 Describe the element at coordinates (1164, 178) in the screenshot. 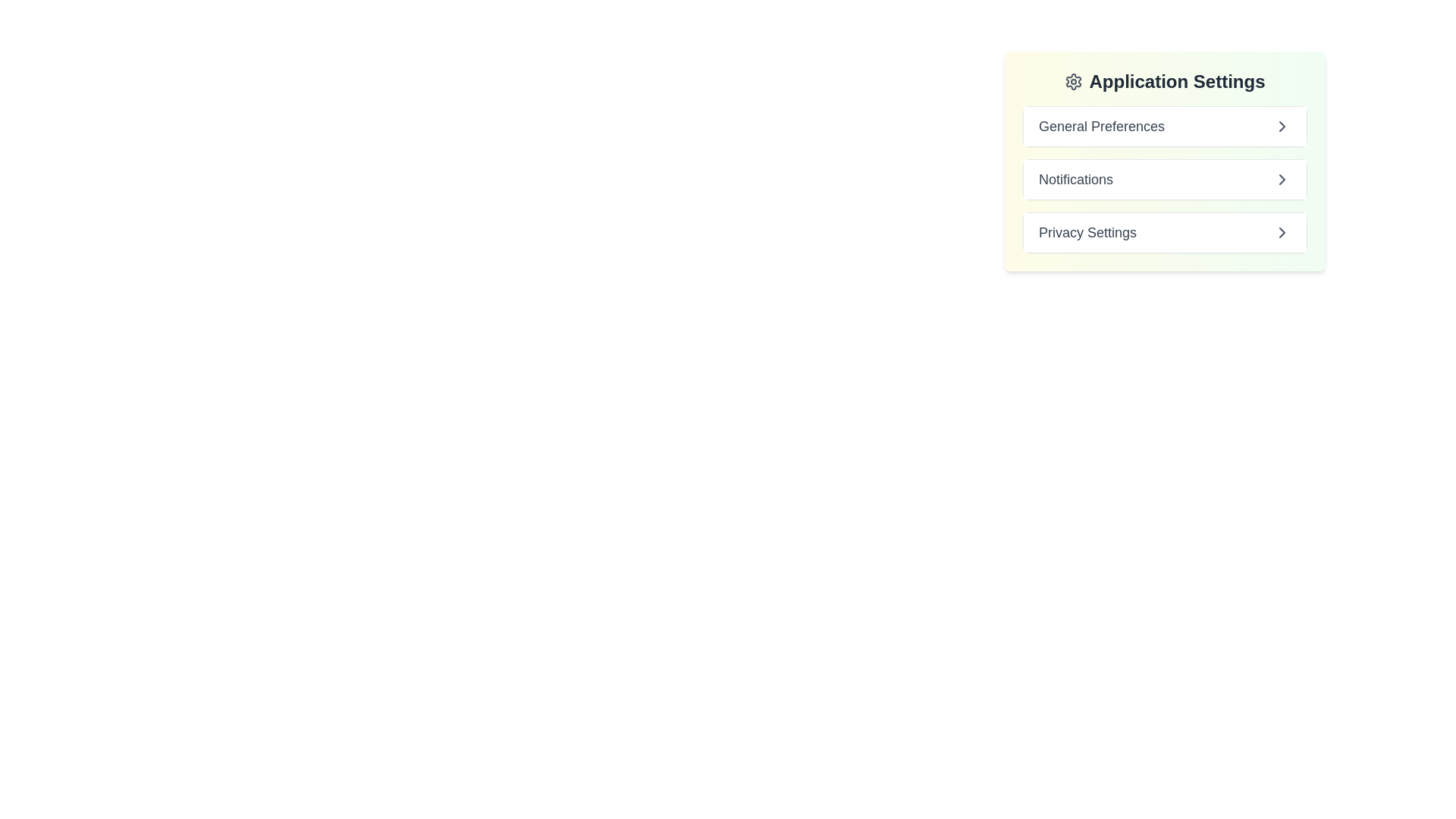

I see `the second button-like list item under the 'Application Settings' section` at that location.